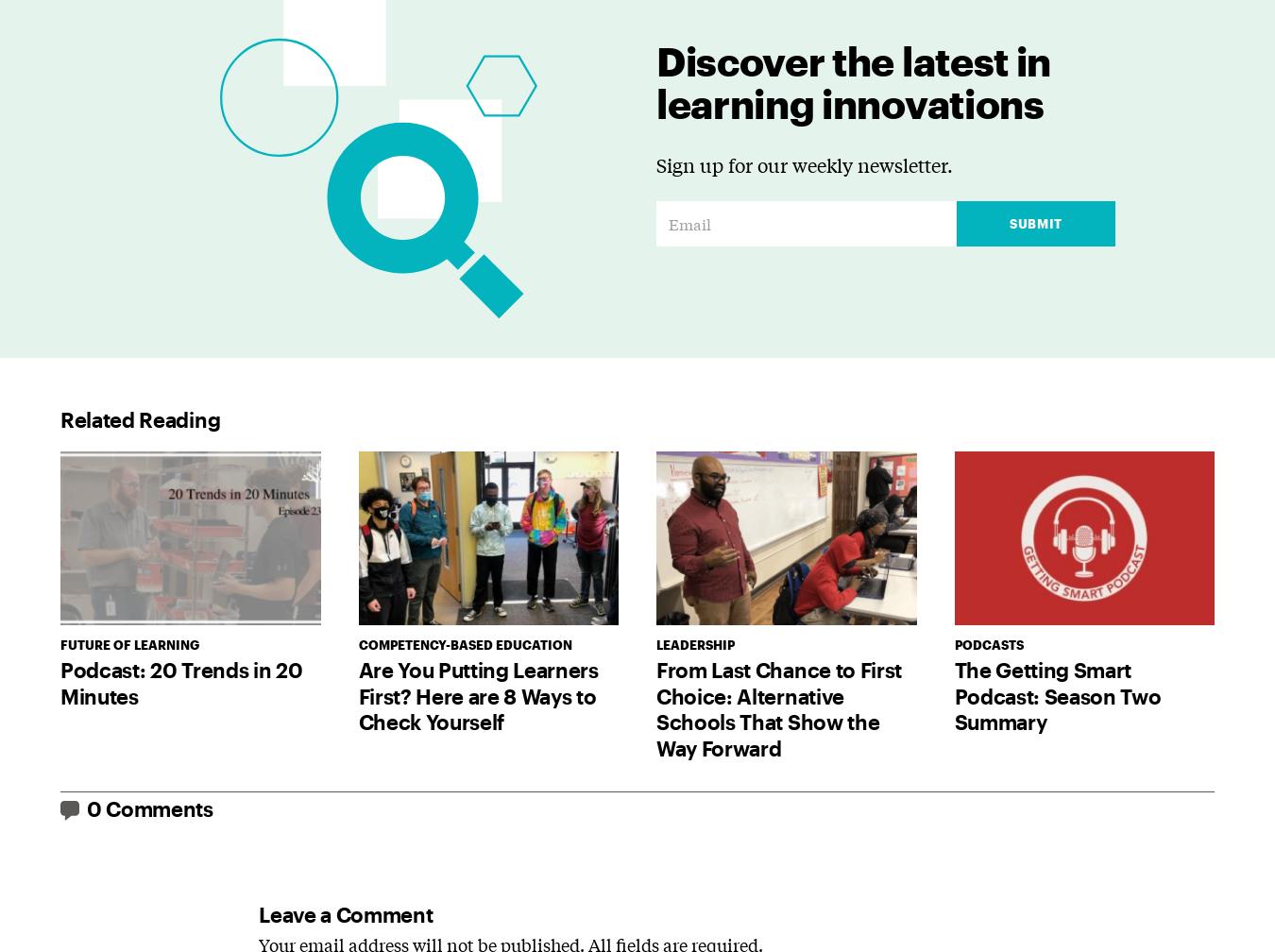 This screenshot has height=952, width=1275. What do you see at coordinates (149, 807) in the screenshot?
I see `'0 Comments'` at bounding box center [149, 807].